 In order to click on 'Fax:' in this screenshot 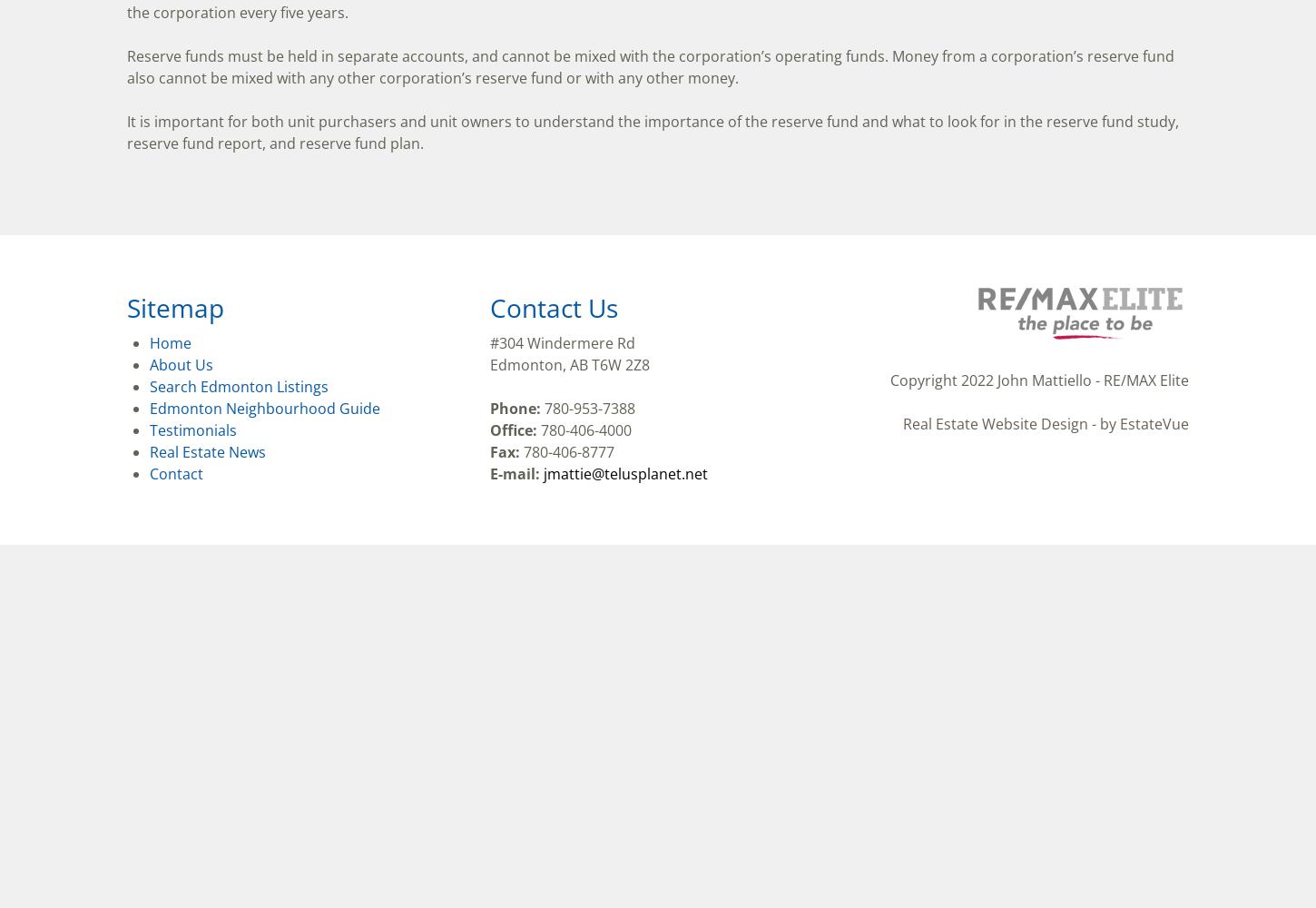, I will do `click(505, 451)`.